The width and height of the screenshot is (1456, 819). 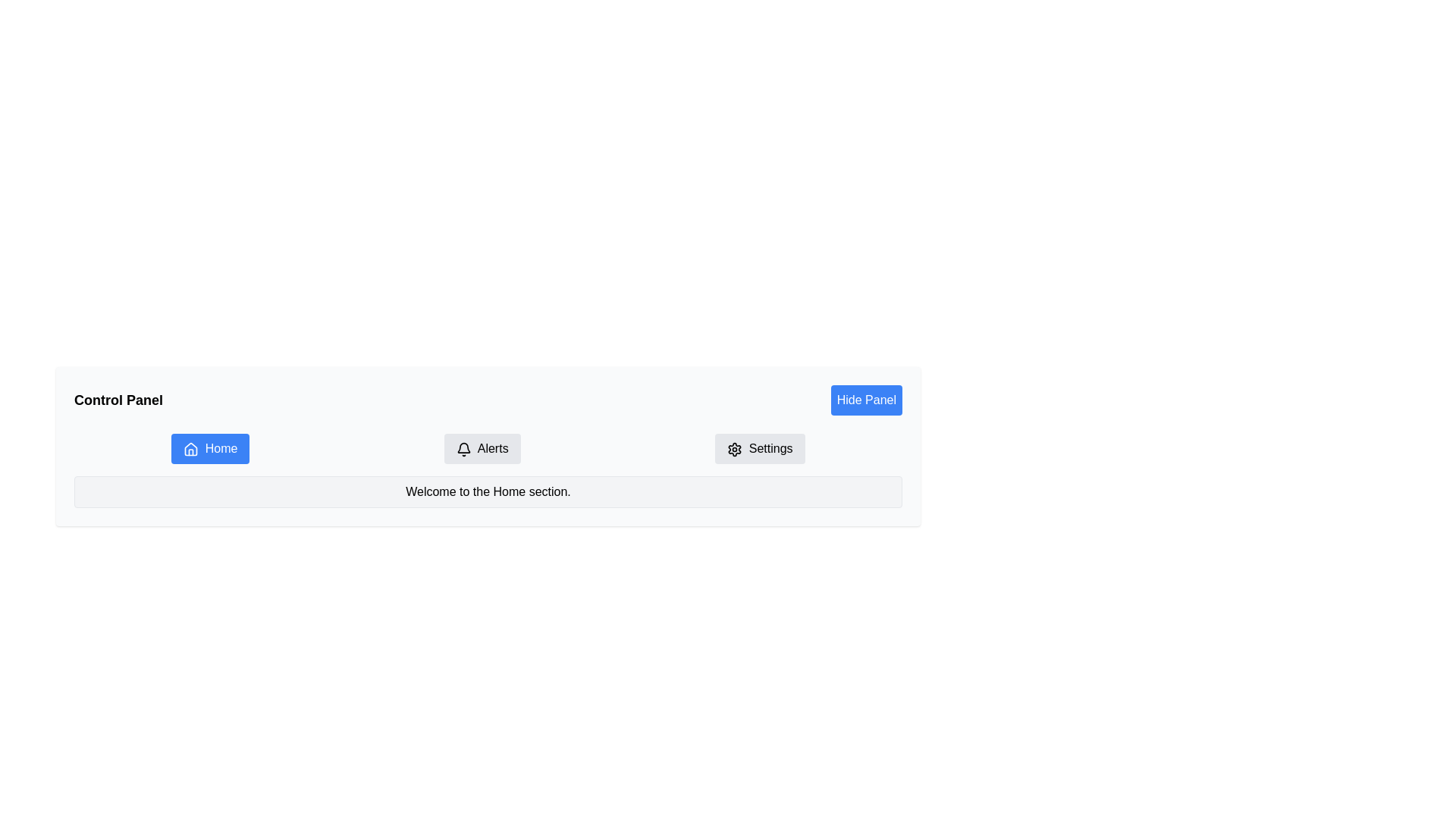 What do you see at coordinates (190, 448) in the screenshot?
I see `the 'Home' button, which is the first button in a row of three buttons within the control panel section` at bounding box center [190, 448].